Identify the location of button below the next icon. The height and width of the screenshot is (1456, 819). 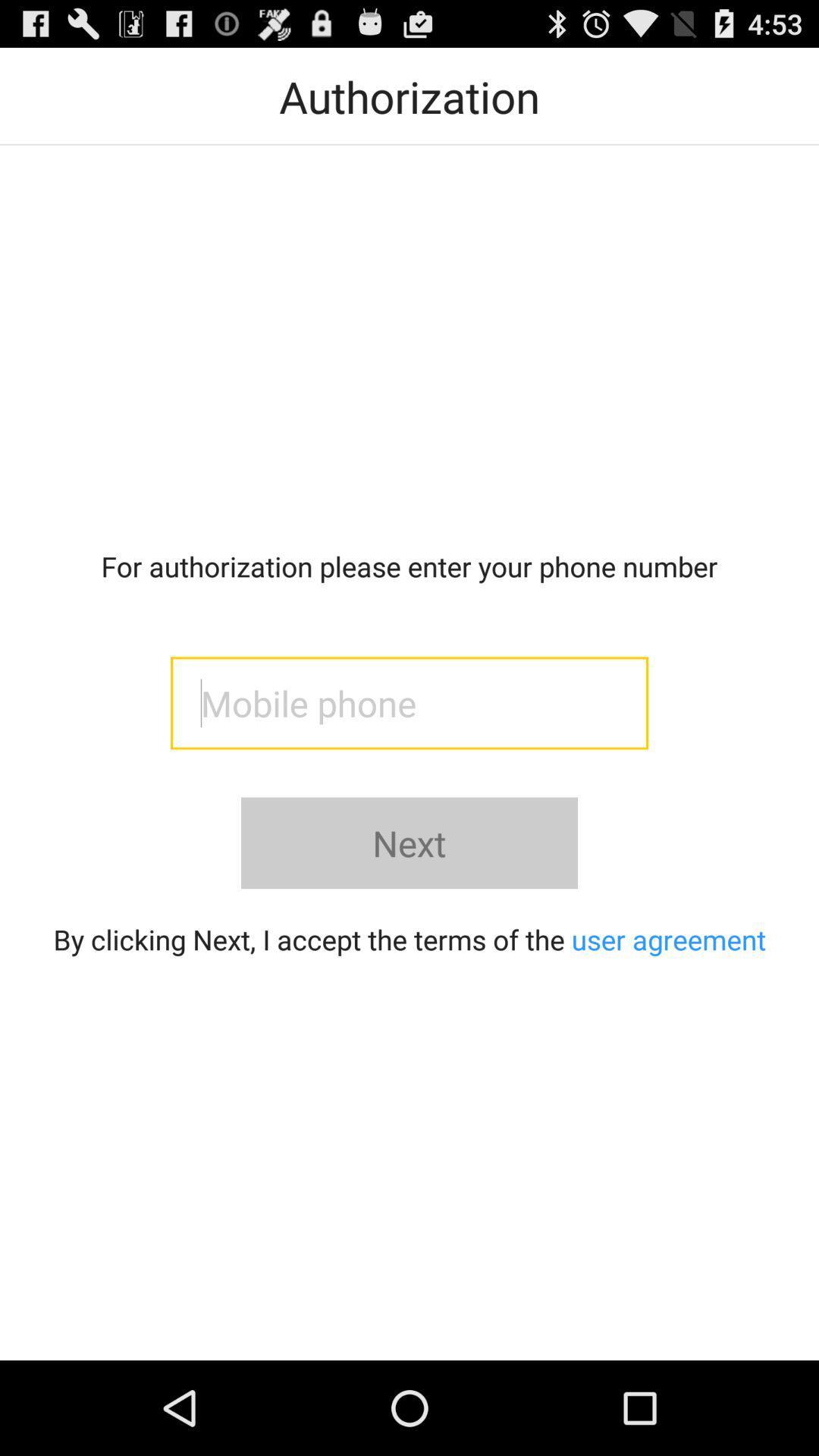
(409, 938).